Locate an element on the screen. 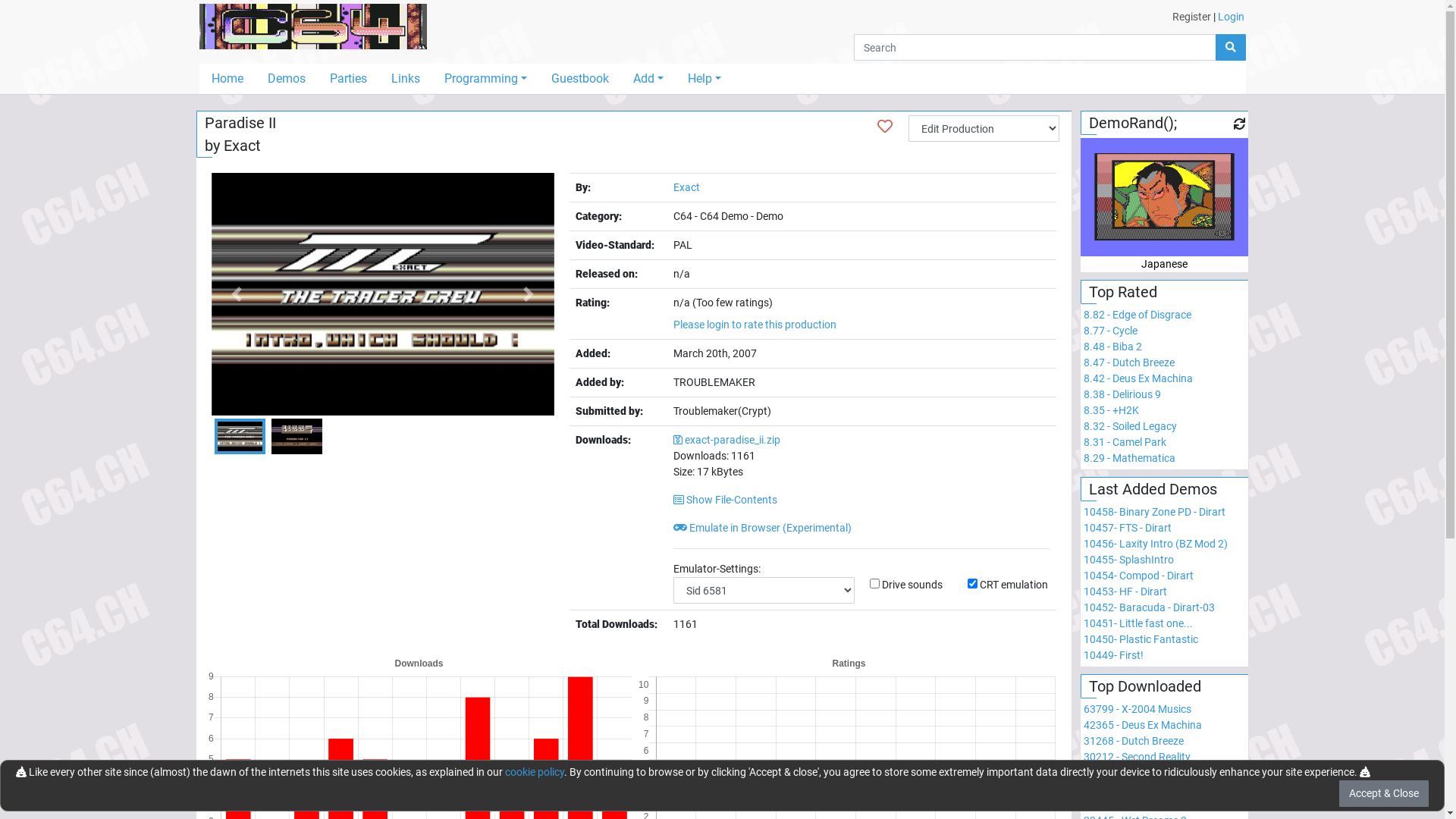 The height and width of the screenshot is (819, 1456). '8.42 - Deus Ex Machina' is located at coordinates (1083, 377).